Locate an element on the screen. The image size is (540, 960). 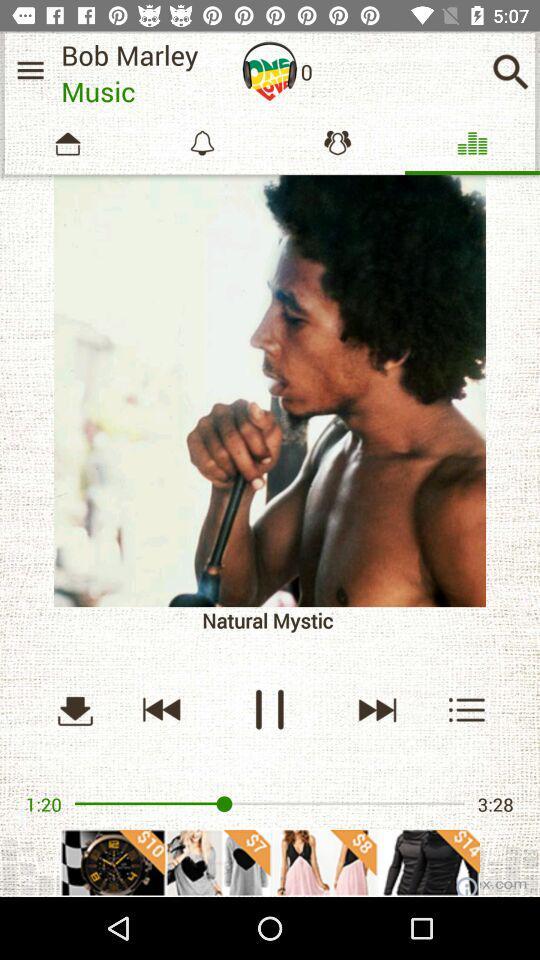
the search icon is located at coordinates (510, 71).